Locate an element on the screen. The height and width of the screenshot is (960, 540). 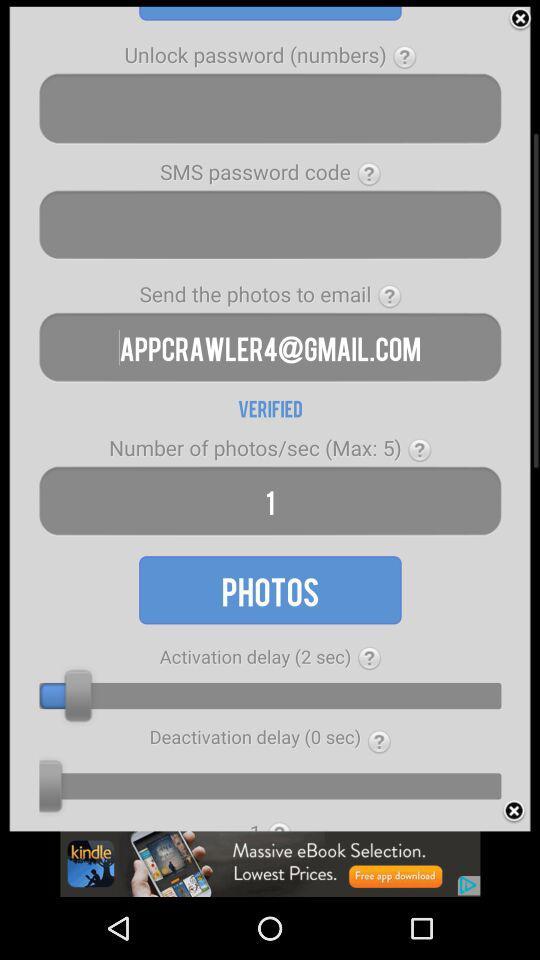
the help icon is located at coordinates (389, 317).